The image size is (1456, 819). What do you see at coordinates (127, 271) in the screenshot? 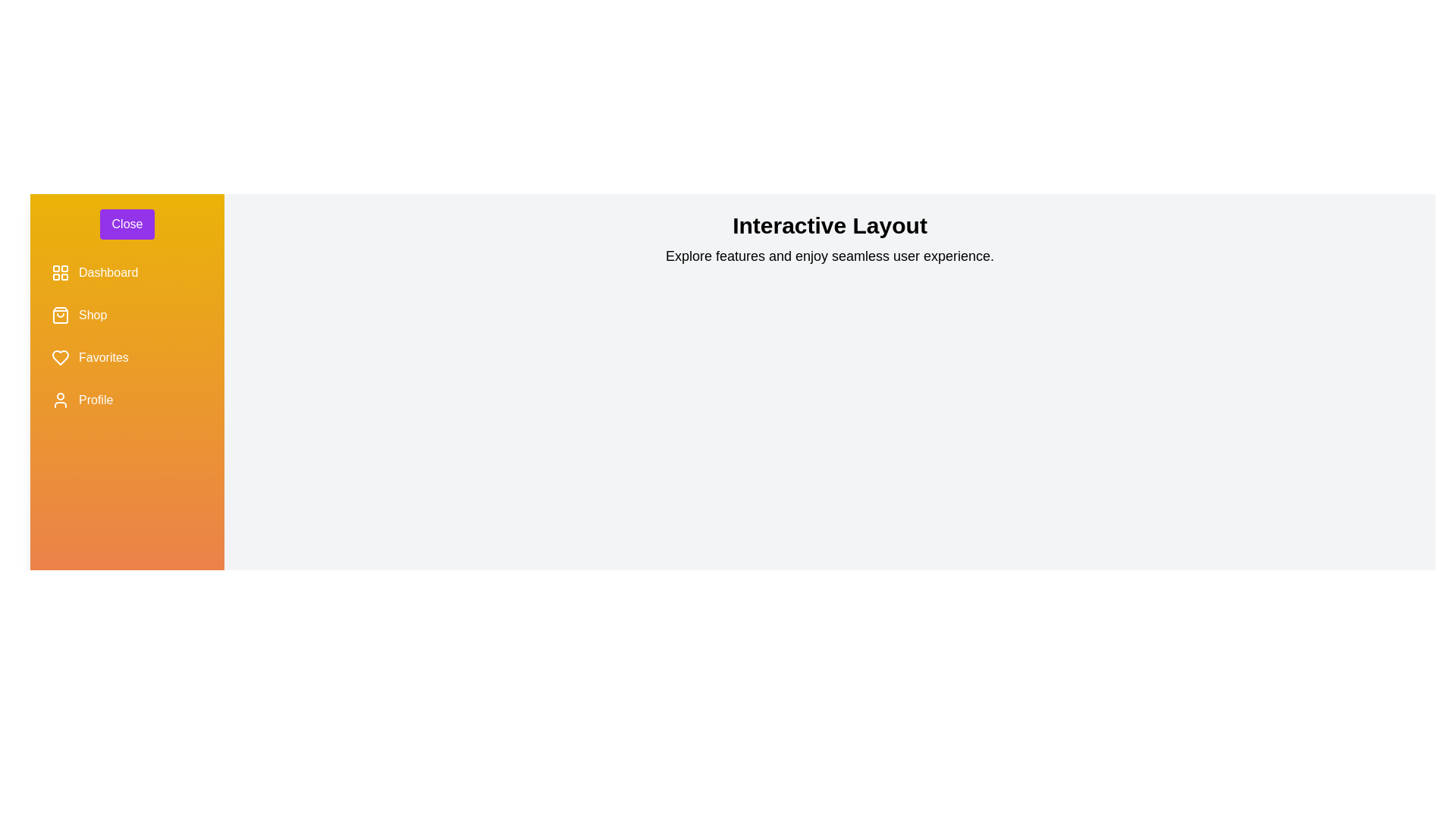
I see `the menu item Dashboard in the sidebar` at bounding box center [127, 271].